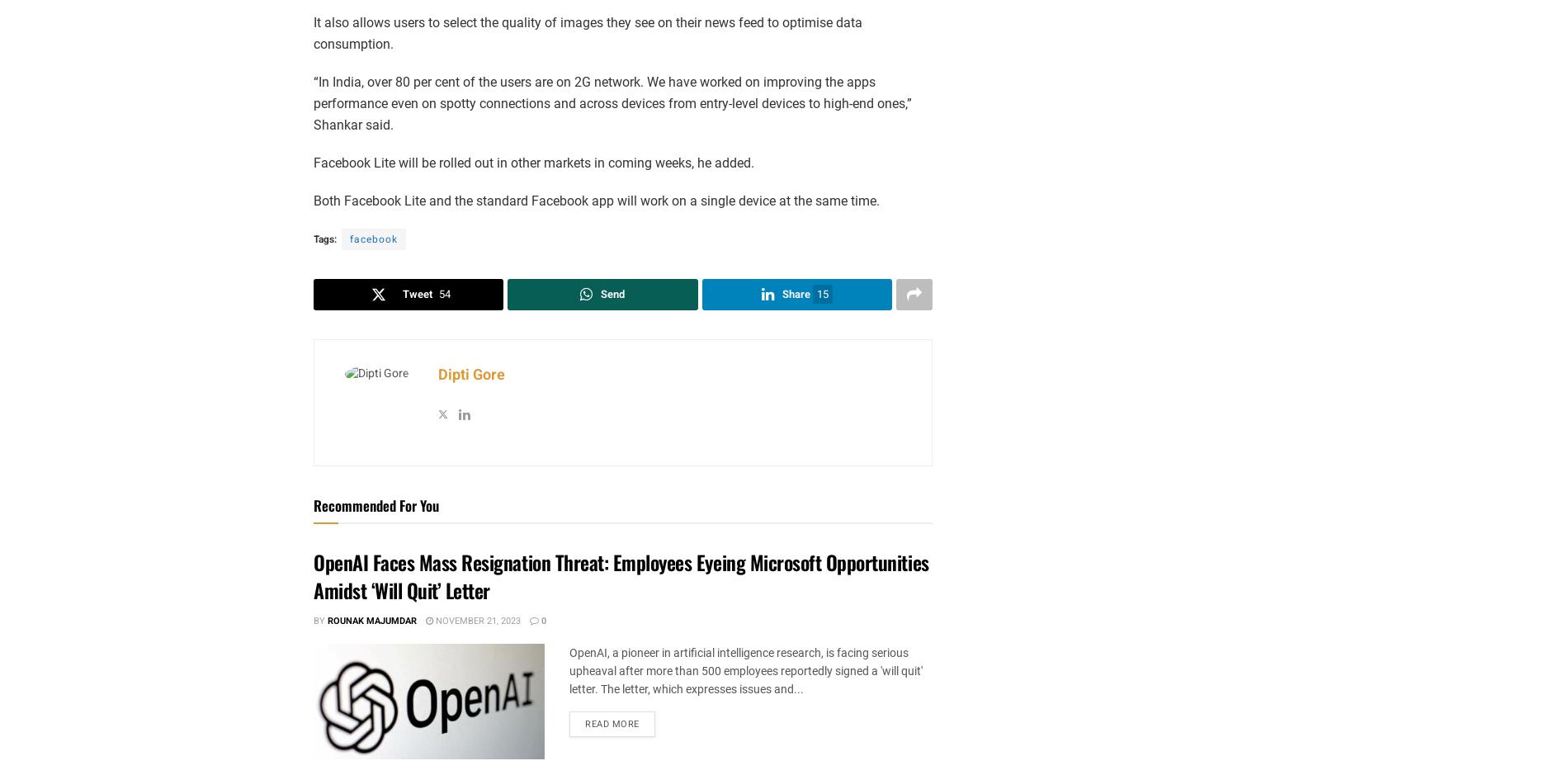  Describe the element at coordinates (612, 293) in the screenshot. I see `'Send'` at that location.